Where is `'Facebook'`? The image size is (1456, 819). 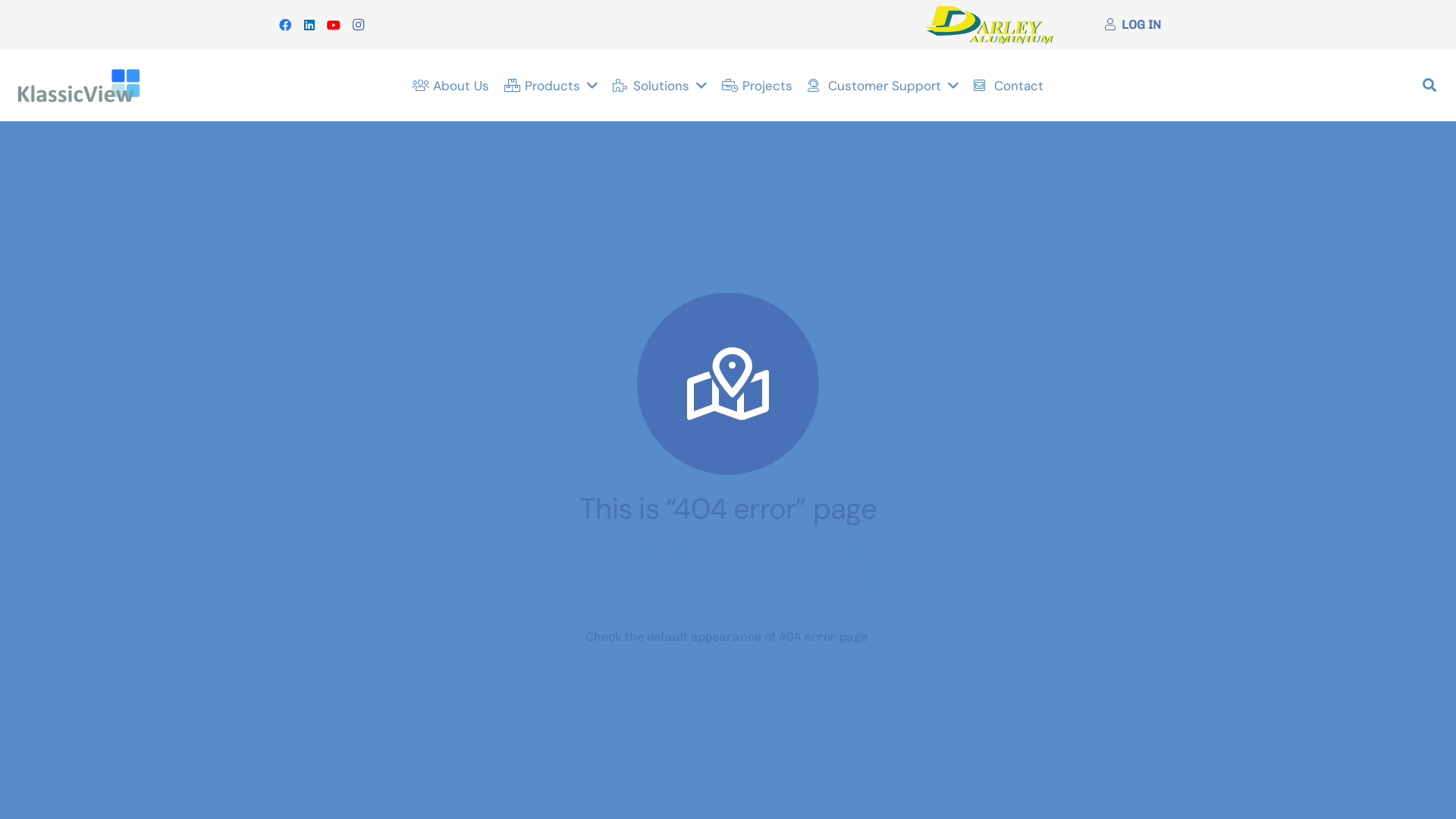
'Facebook' is located at coordinates (284, 24).